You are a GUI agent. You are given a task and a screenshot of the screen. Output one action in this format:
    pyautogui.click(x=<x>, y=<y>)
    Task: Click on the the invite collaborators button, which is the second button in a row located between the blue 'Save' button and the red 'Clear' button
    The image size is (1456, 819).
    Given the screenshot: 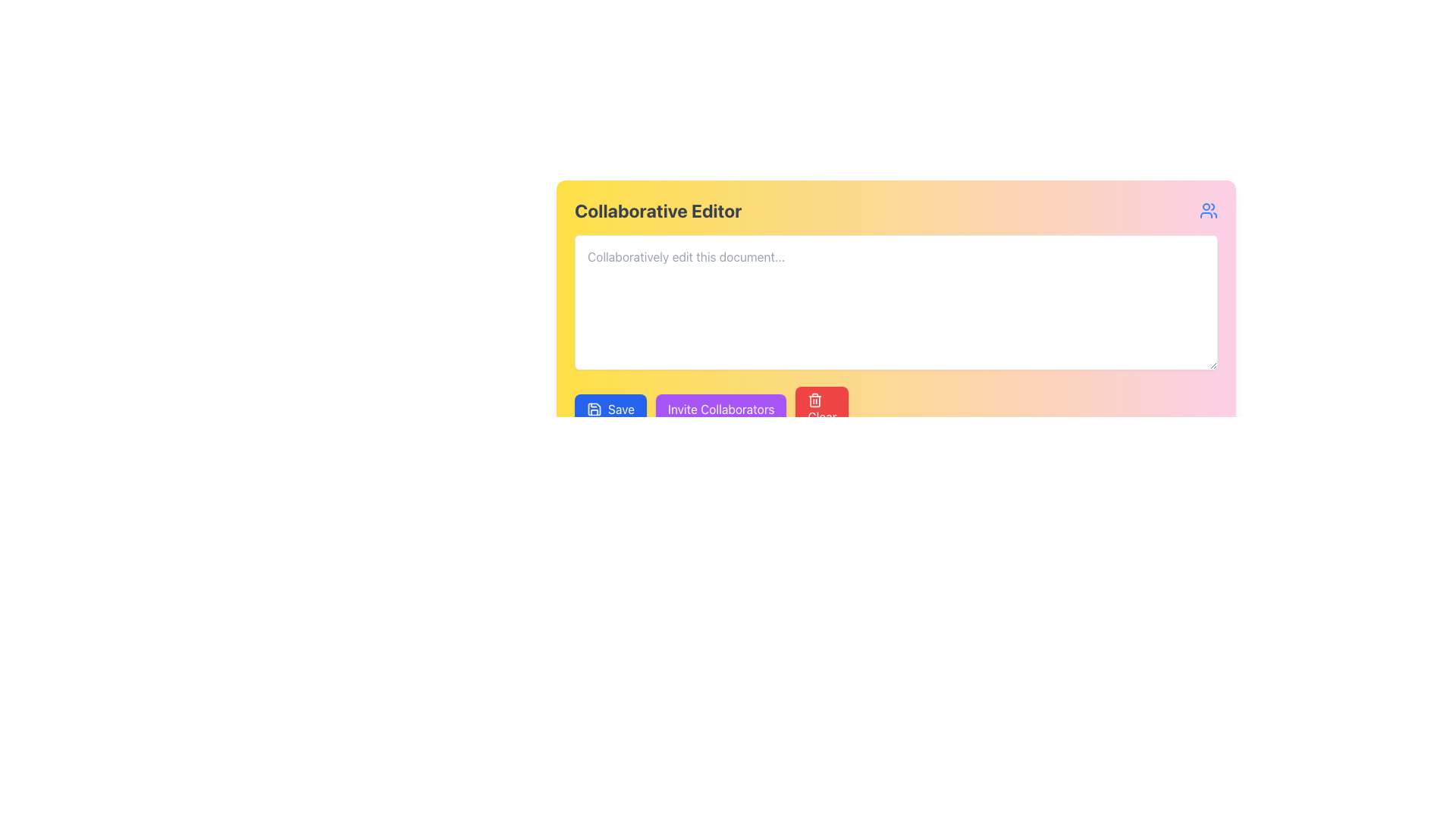 What is the action you would take?
    pyautogui.click(x=720, y=409)
    